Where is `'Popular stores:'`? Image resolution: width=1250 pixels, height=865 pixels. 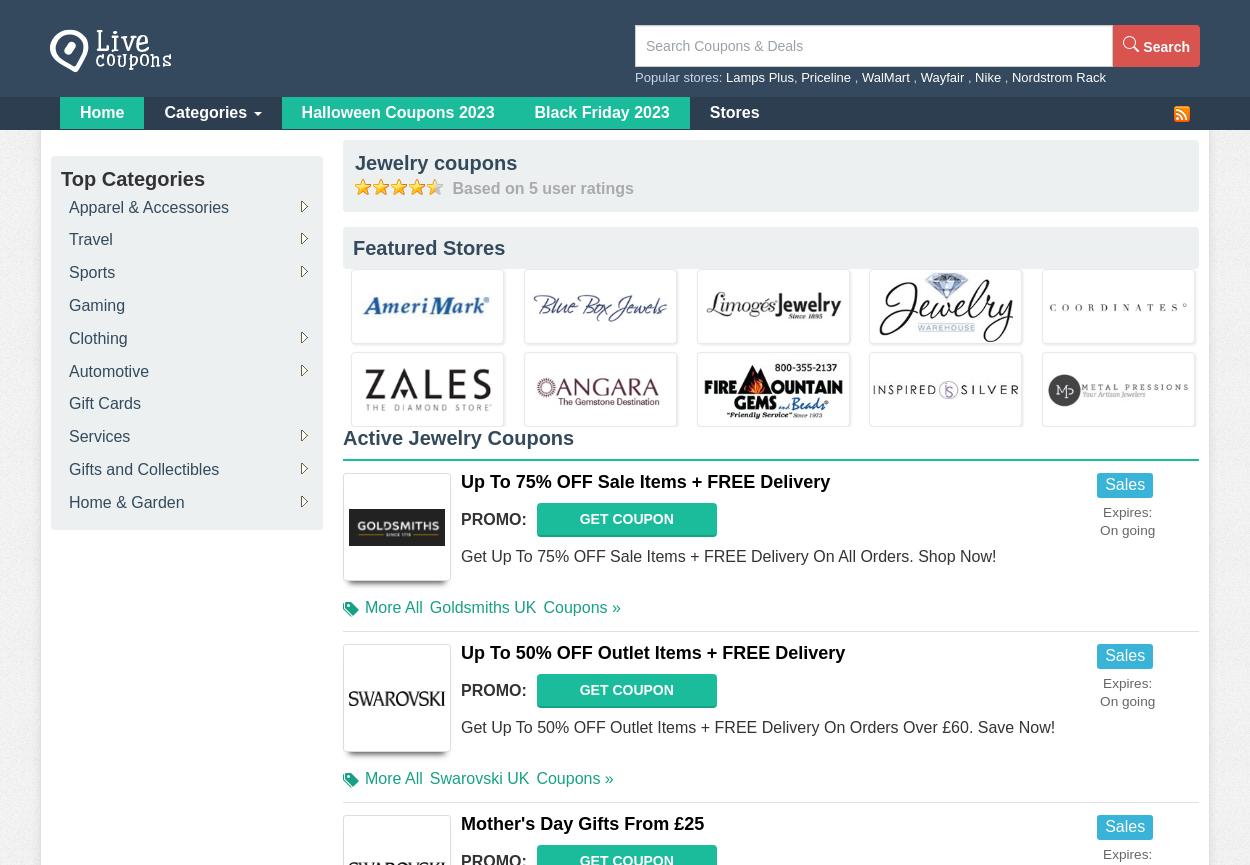
'Popular stores:' is located at coordinates (680, 77).